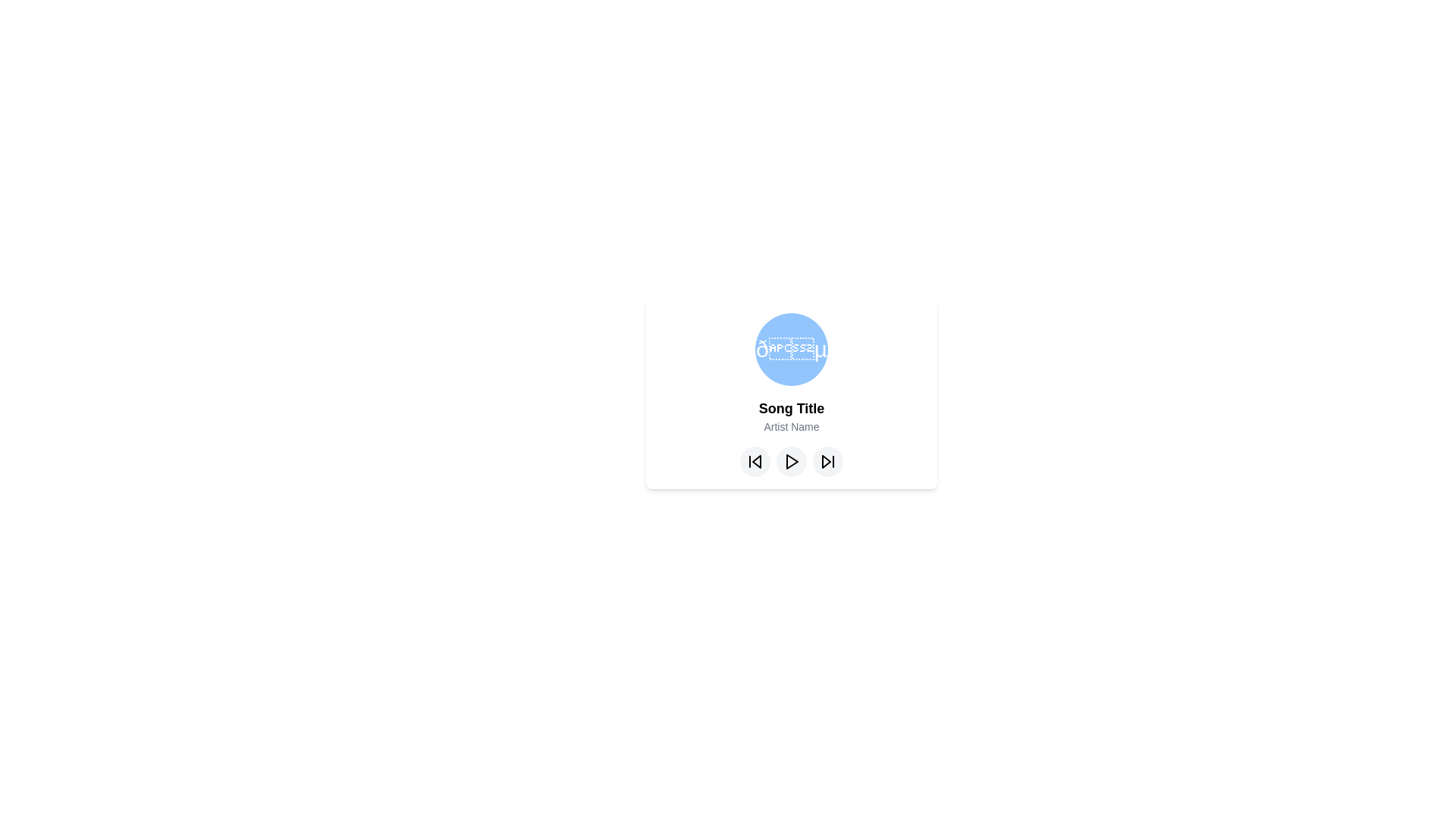 The image size is (1456, 819). Describe the element at coordinates (790, 461) in the screenshot. I see `the play button in the media player interface by tabbing to it, which is centrally located among the navigation controls below the album artwork` at that location.